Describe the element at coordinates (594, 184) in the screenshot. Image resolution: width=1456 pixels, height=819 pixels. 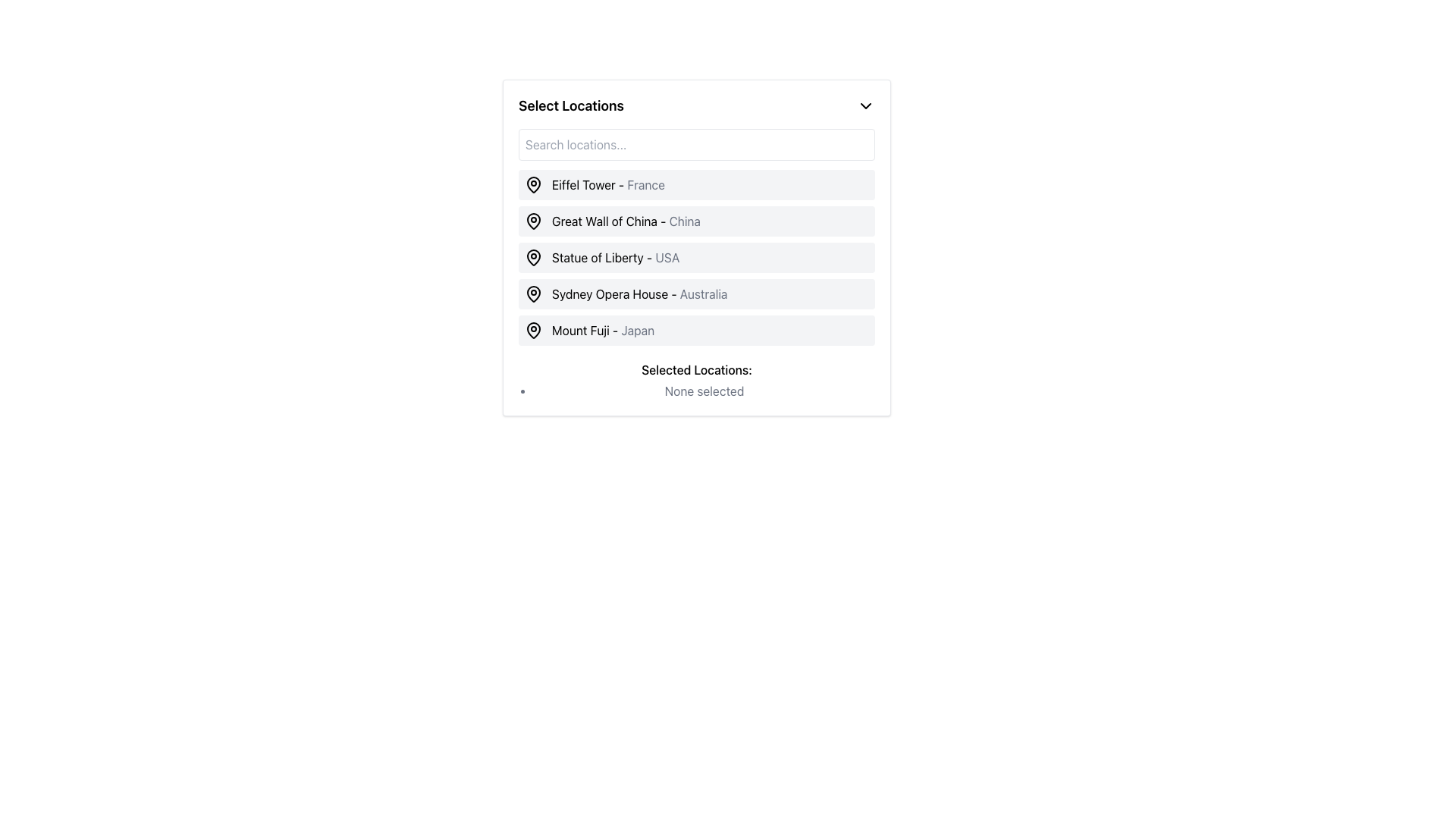
I see `the first selectable location option in the list under the 'Select Locations' heading` at that location.